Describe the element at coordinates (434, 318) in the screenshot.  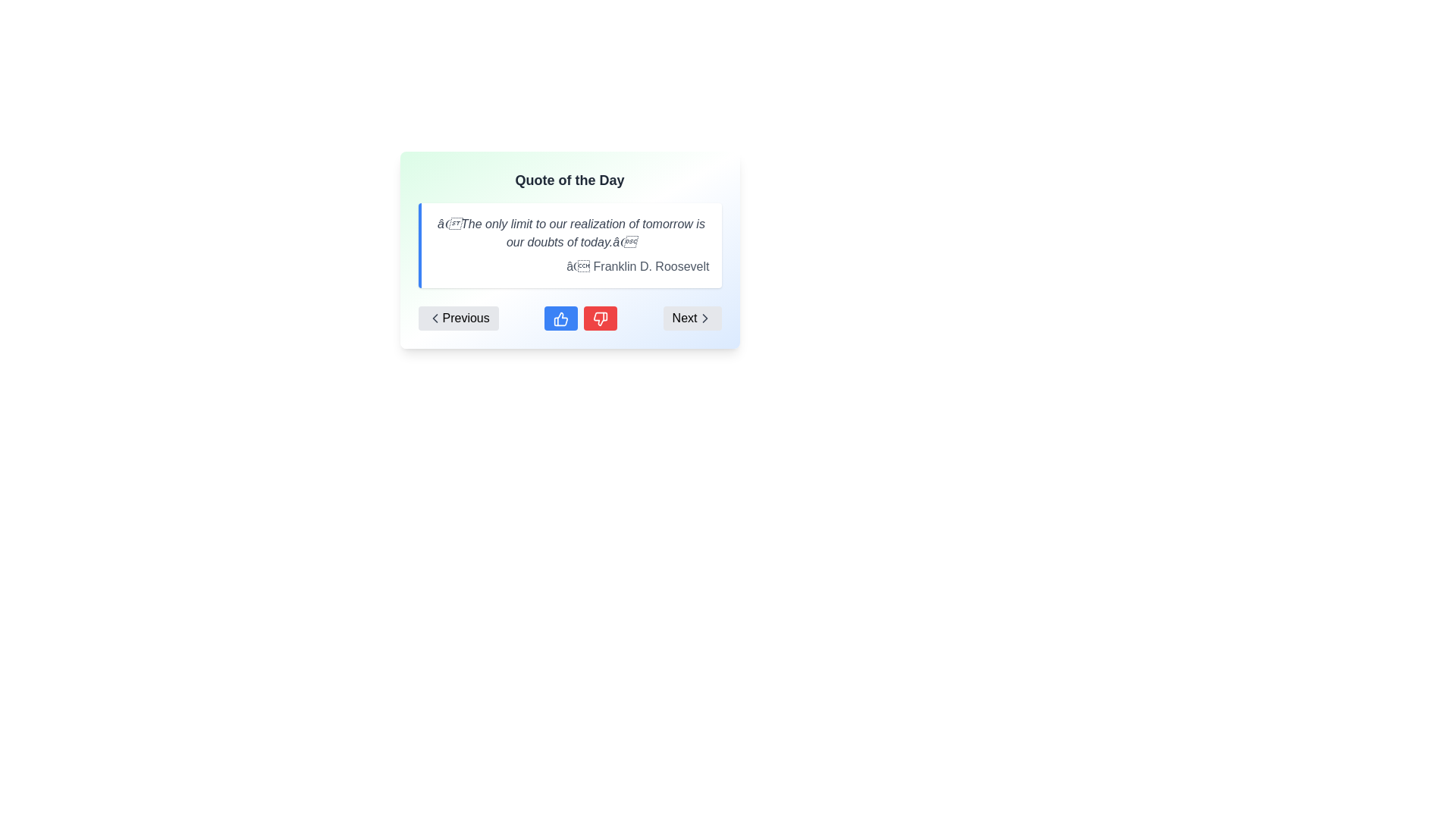
I see `the icon on the left side of the 'Previous' button located at the bottom left corner of the 'Quote of the Day' card` at that location.